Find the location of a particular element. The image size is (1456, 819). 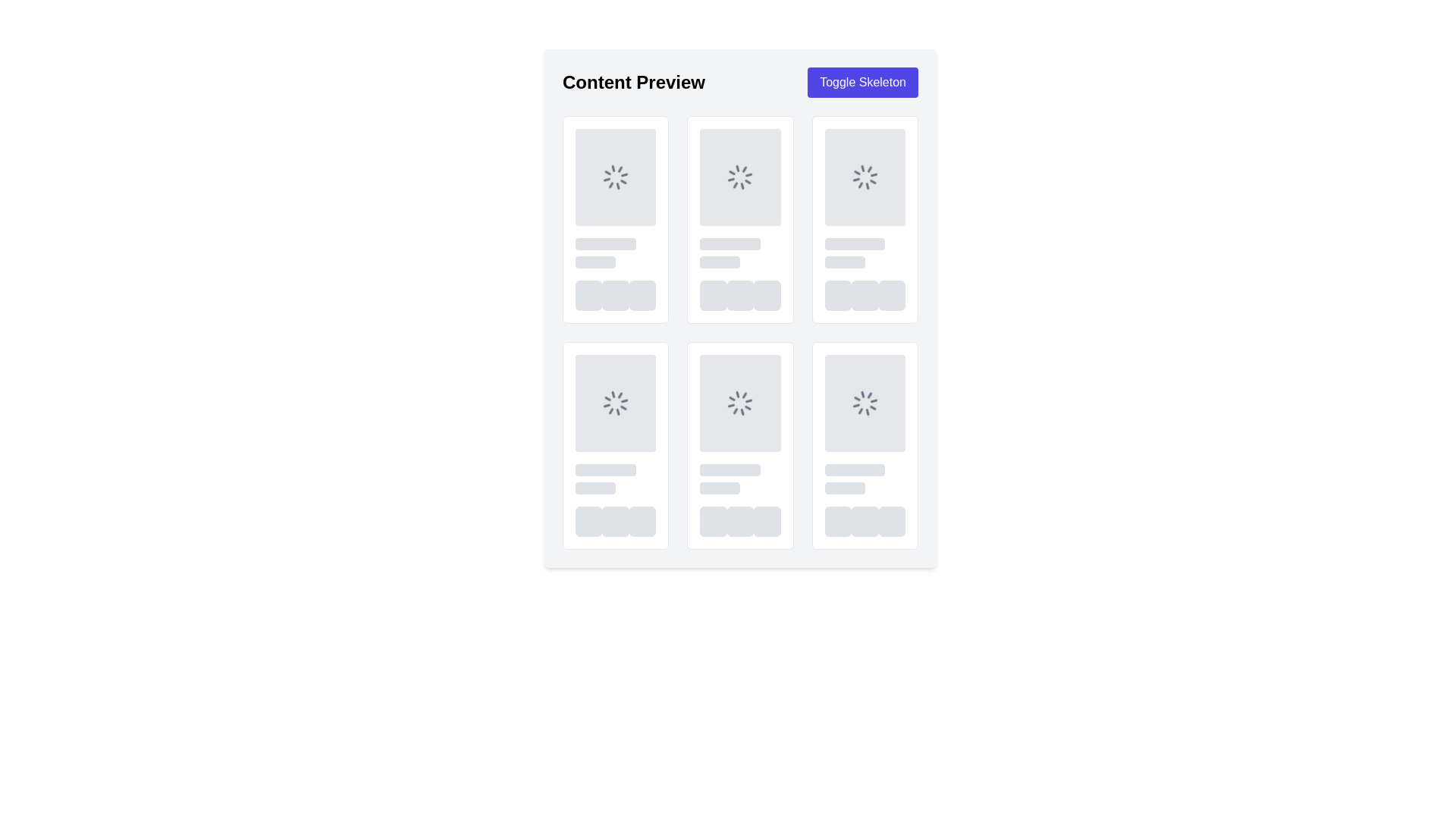

the first placeholder bar (loading skeleton component) located at the top-left section of the display in the multi-column grid structure is located at coordinates (604, 243).